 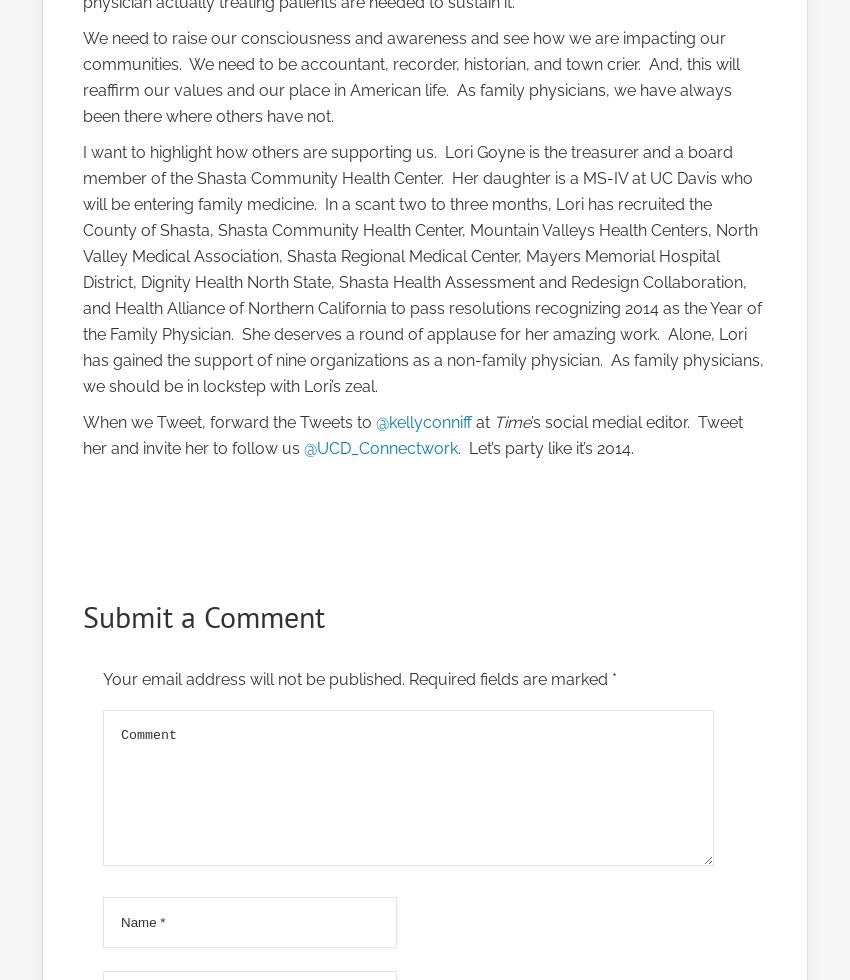 What do you see at coordinates (423, 269) in the screenshot?
I see `'I want to highlight how others are supporting us.  Lori Goyne is the treasurer and a board member of the Shasta Community Health Center.  Her daughter is a MS-IV at UC Davis who will be entering family medicine.  In a scant two to three months, Lori has recruited the County of Shasta, Shasta Community Health Center, Mountain Valleys Health Centers, North Valley Medical Association, Shasta Regional Medical Center, Mayers Memorial Hospital District, Dignity Health North State, Shasta Health Assessment and Redesign Collaboration, and Health Alliance of Northern California to pass resolutions recognizing 2014 as the Year of the Family Physician.  She deserves a round of applause for her amazing work.  Alone, Lori has gained the support of nine organizations as a non-family physician.  As family physicians, we should be in lockstep with Lori’s zeal.'` at bounding box center [423, 269].